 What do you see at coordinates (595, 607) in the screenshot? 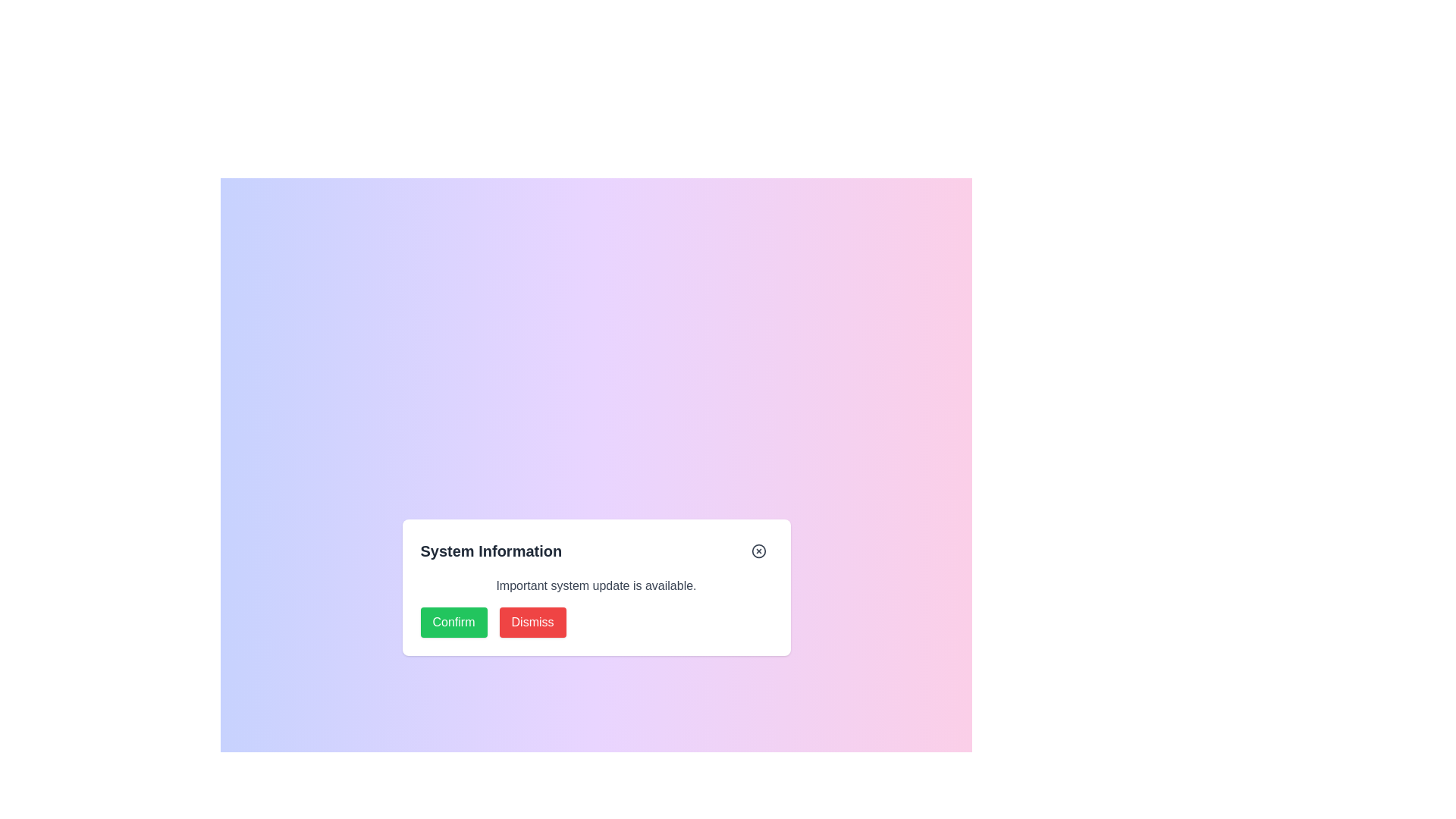
I see `the 'Dismiss' button on the Notification within the 'System Information' modal` at bounding box center [595, 607].